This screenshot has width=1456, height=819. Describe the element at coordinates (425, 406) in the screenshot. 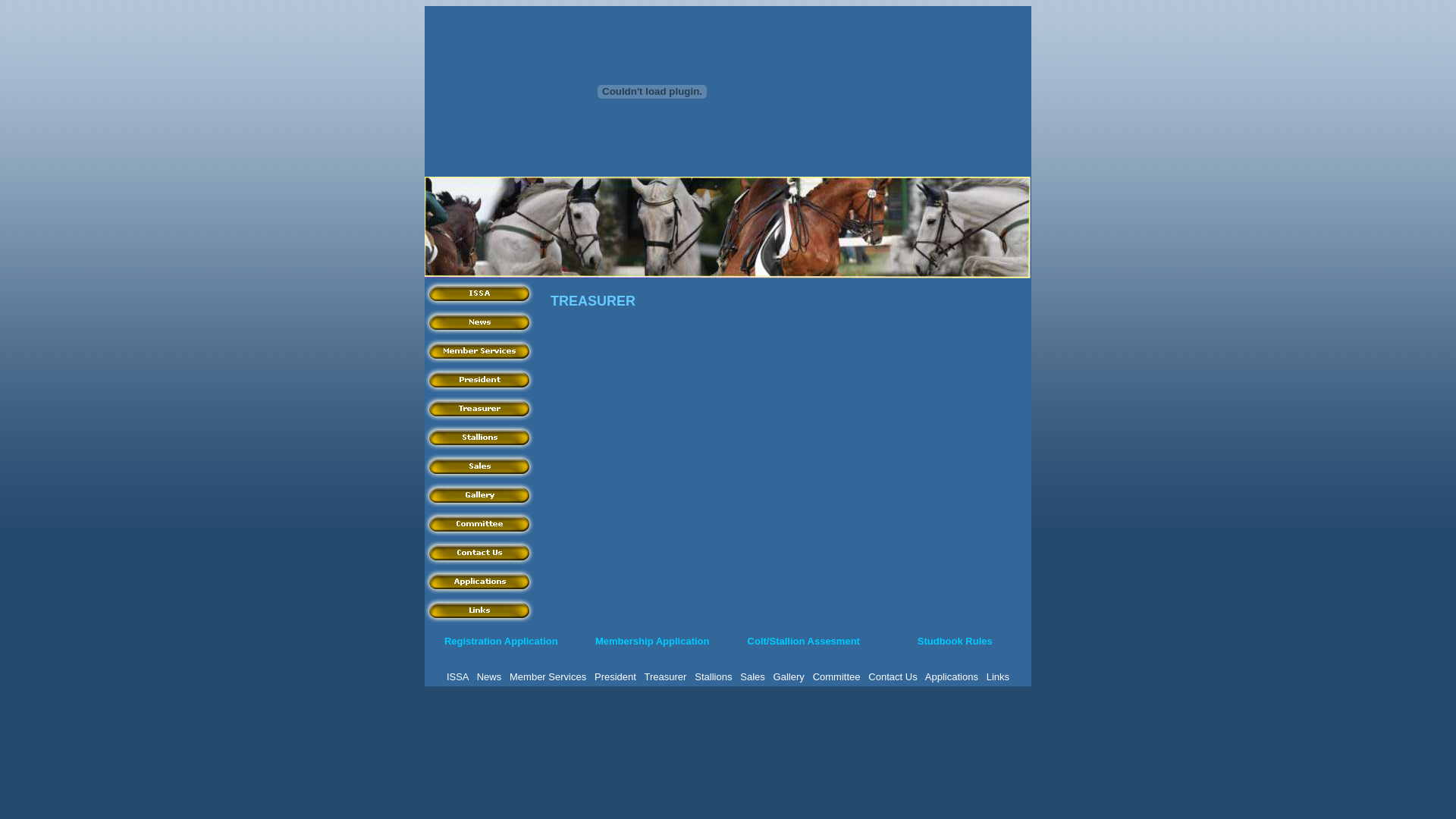

I see `'Treasurer'` at that location.